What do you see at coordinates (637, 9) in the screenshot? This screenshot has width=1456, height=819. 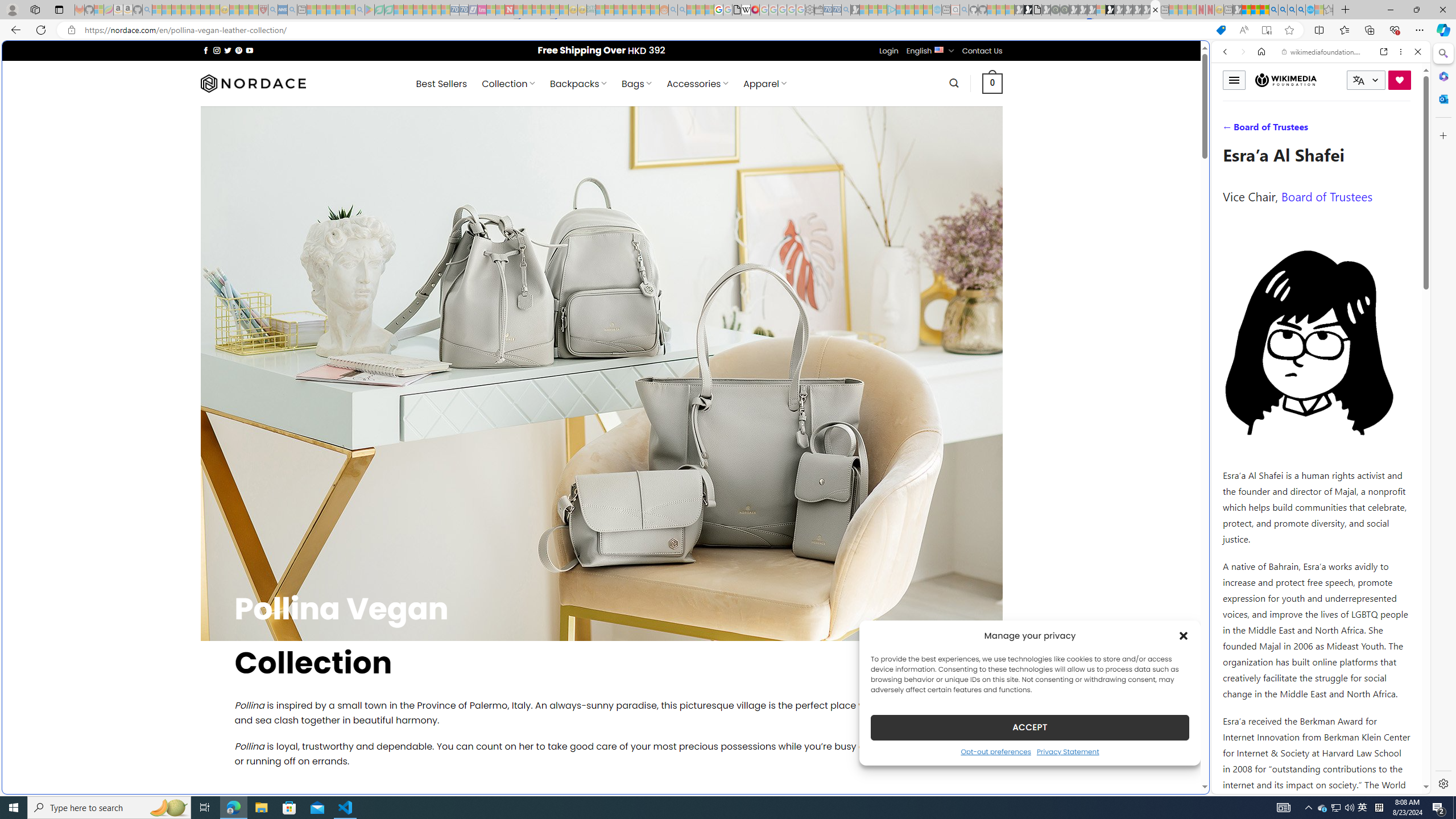 I see `'Kinda Frugal - MSN - Sleeping'` at bounding box center [637, 9].